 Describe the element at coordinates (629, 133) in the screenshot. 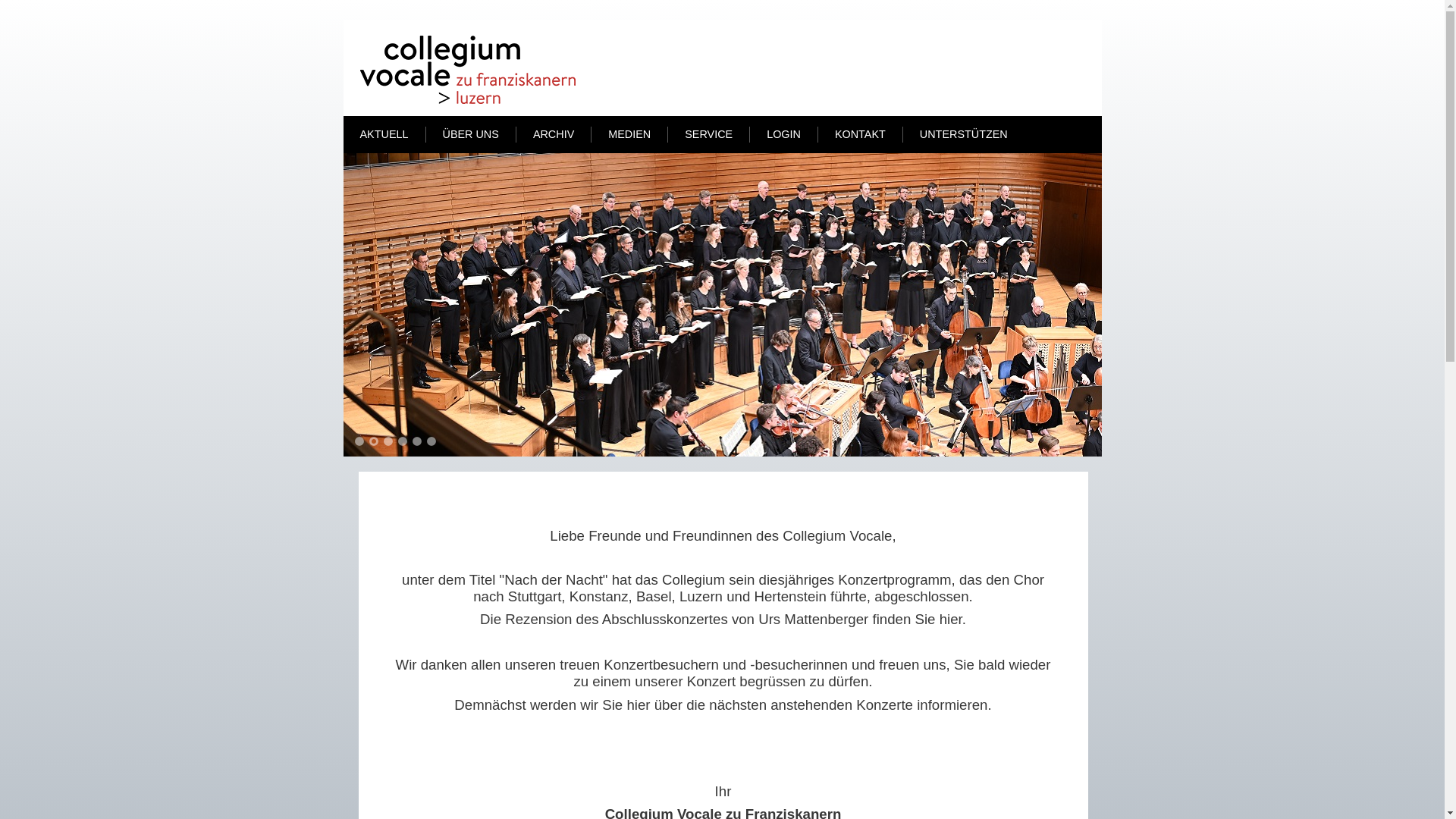

I see `'MEDIEN'` at that location.